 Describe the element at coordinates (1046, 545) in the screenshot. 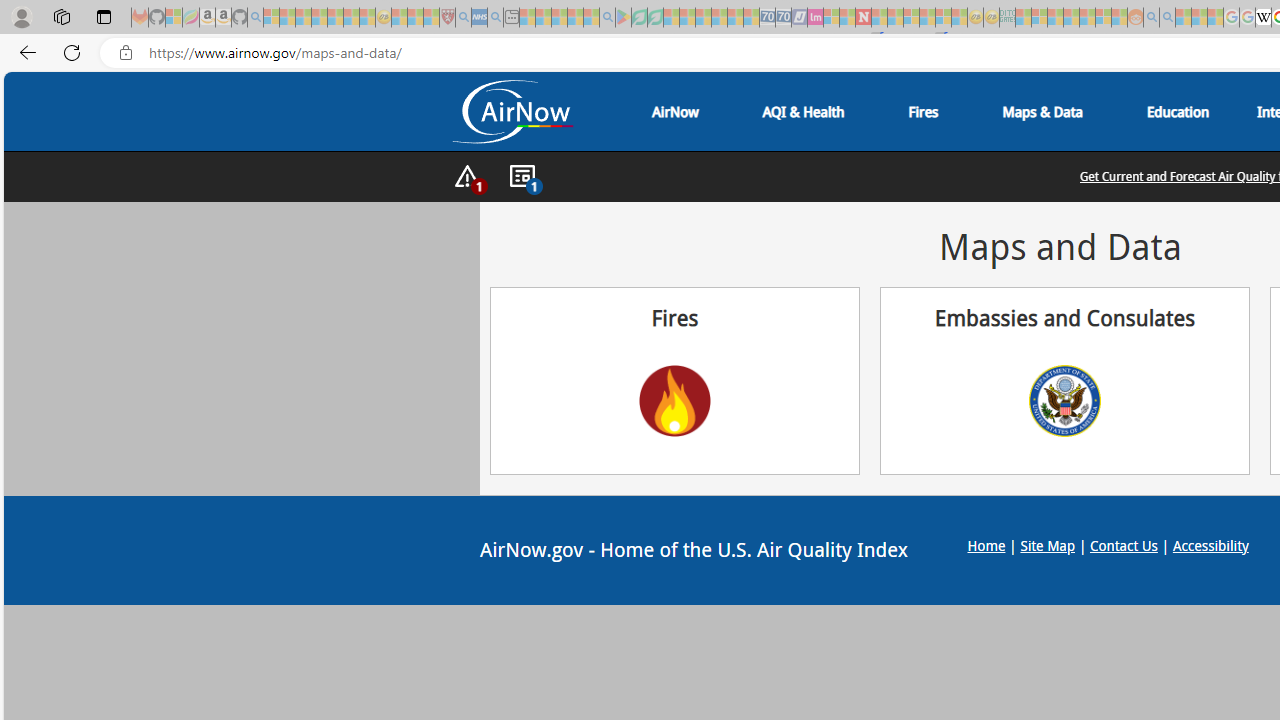

I see `'Site Map'` at that location.